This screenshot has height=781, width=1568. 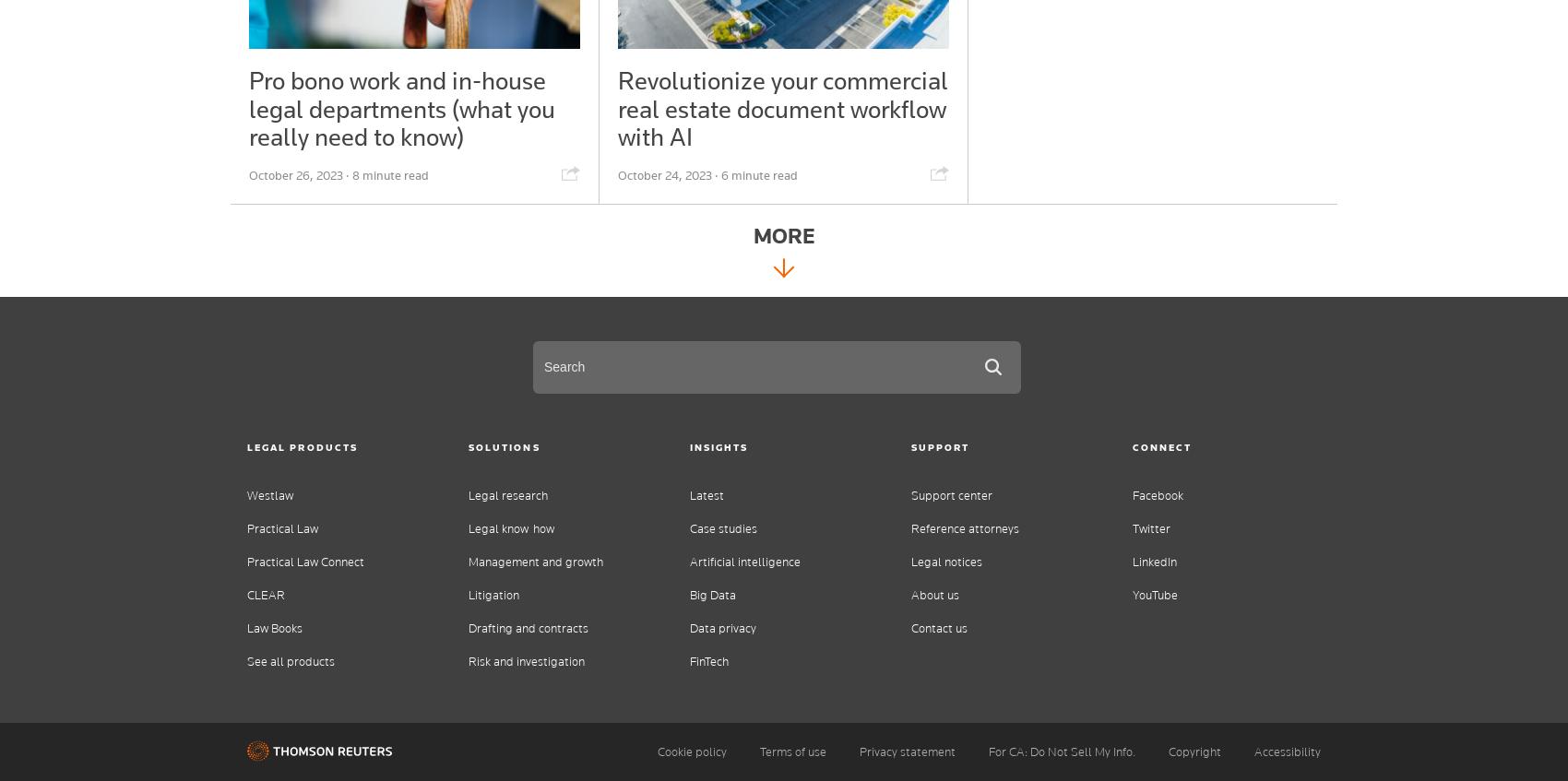 What do you see at coordinates (506, 494) in the screenshot?
I see `'Legal
                        research'` at bounding box center [506, 494].